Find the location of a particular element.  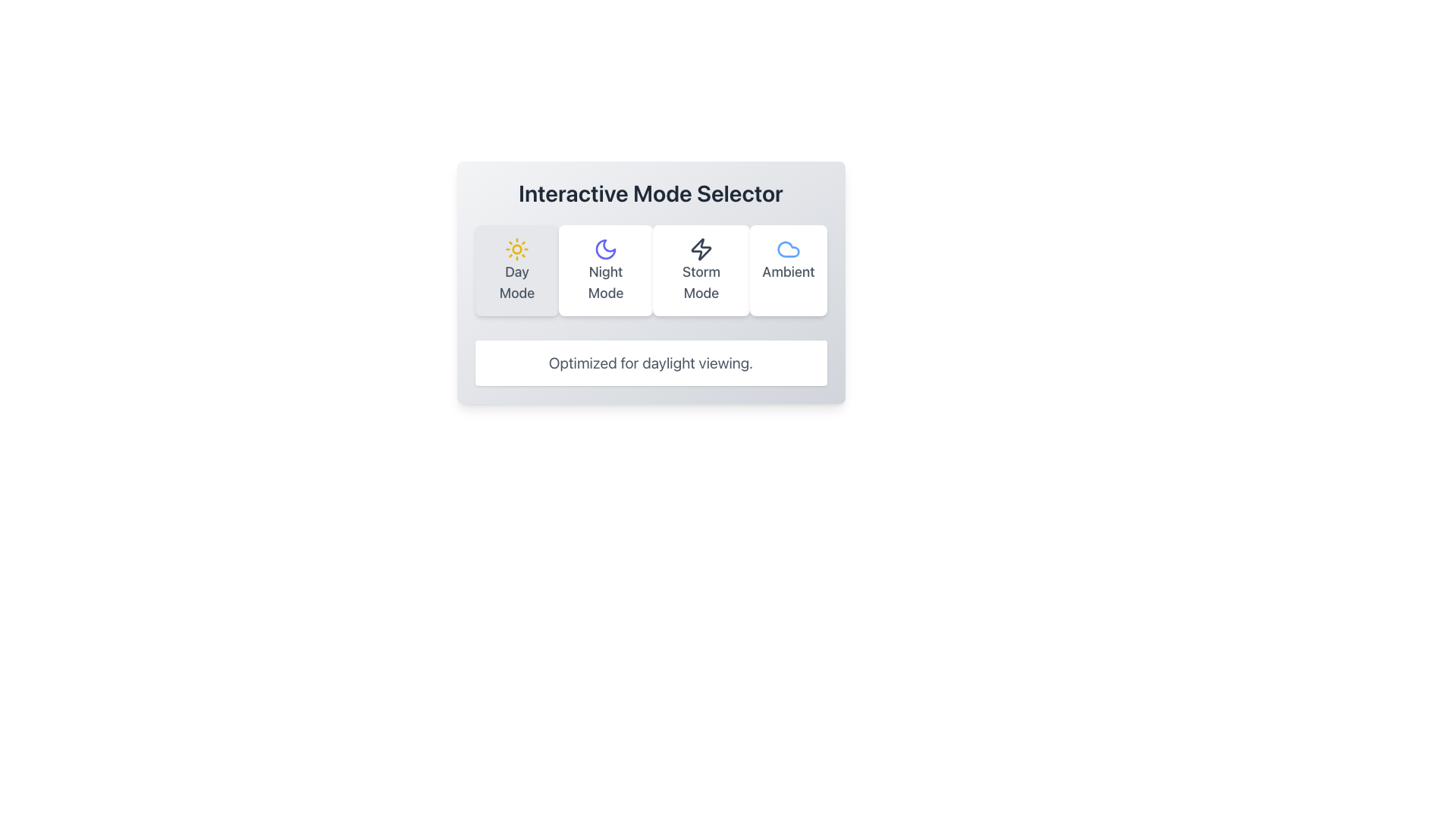

the 'Storm Mode' text label, which is styled with a medium font size and gray color, located under a lightning bolt icon in the 'Interactive Mode Selector' interface is located at coordinates (701, 283).